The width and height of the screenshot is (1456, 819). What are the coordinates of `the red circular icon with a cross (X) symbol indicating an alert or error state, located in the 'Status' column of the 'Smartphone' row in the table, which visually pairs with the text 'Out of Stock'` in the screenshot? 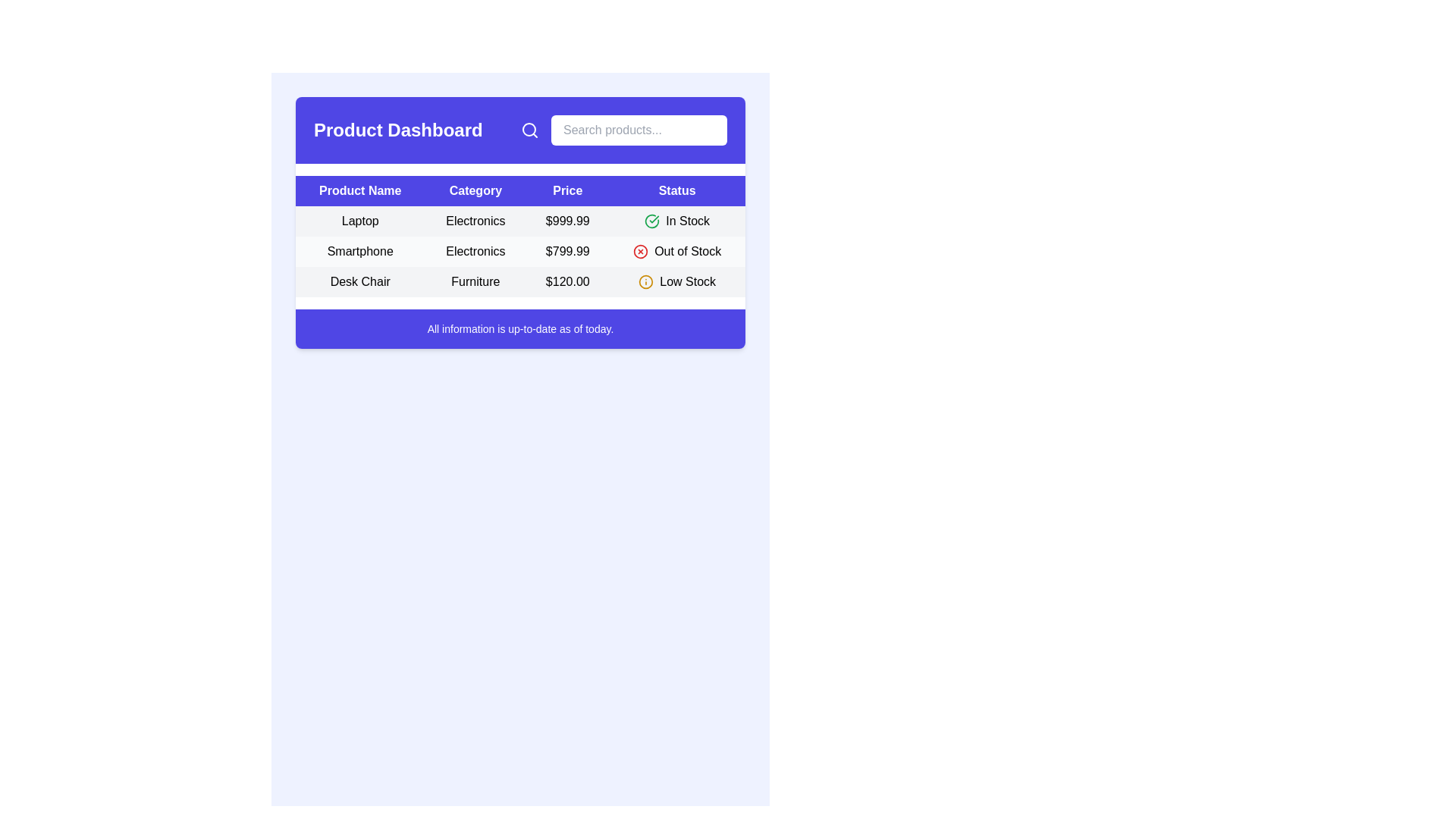 It's located at (641, 250).